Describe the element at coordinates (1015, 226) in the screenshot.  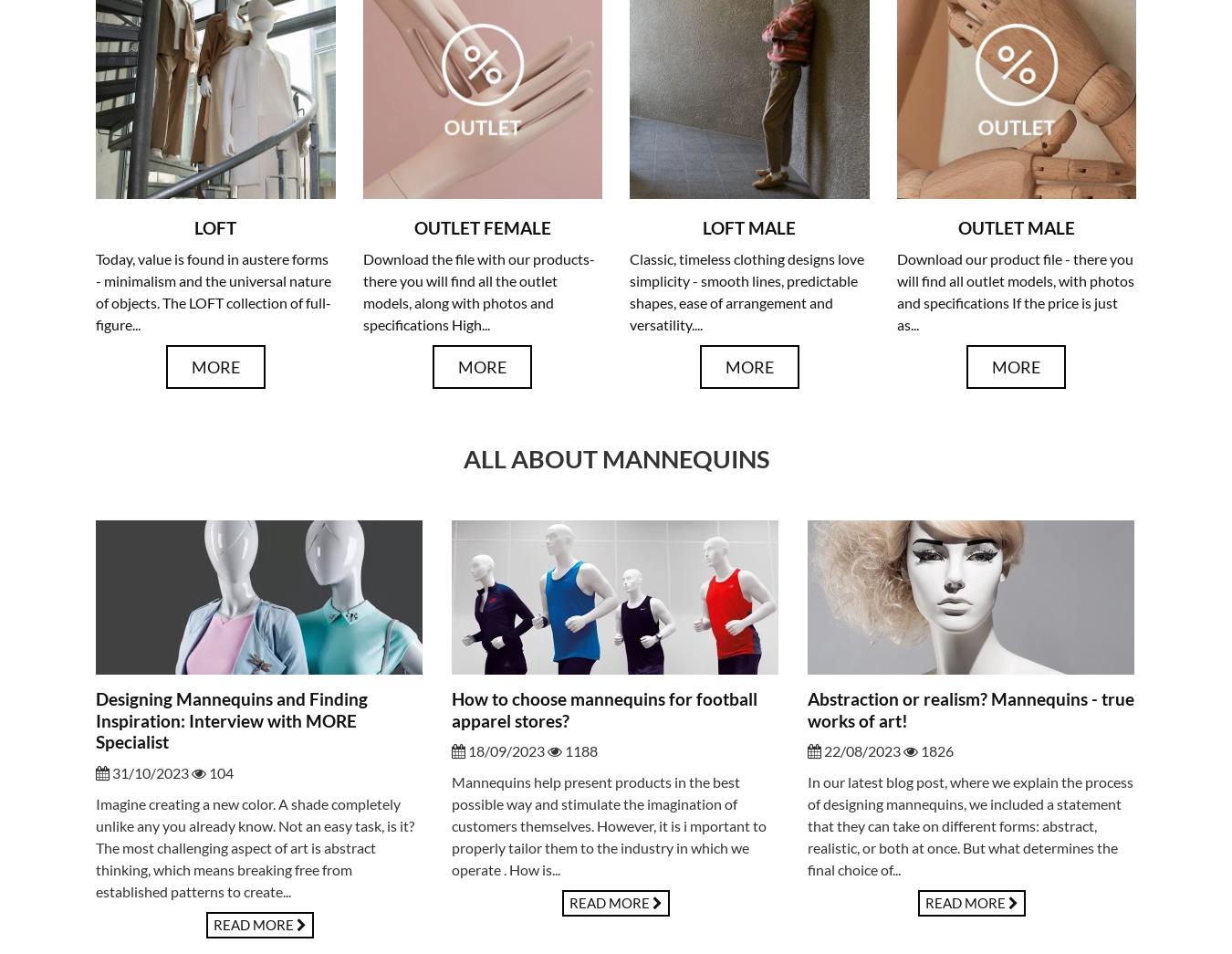
I see `'OUTLET MALE'` at that location.